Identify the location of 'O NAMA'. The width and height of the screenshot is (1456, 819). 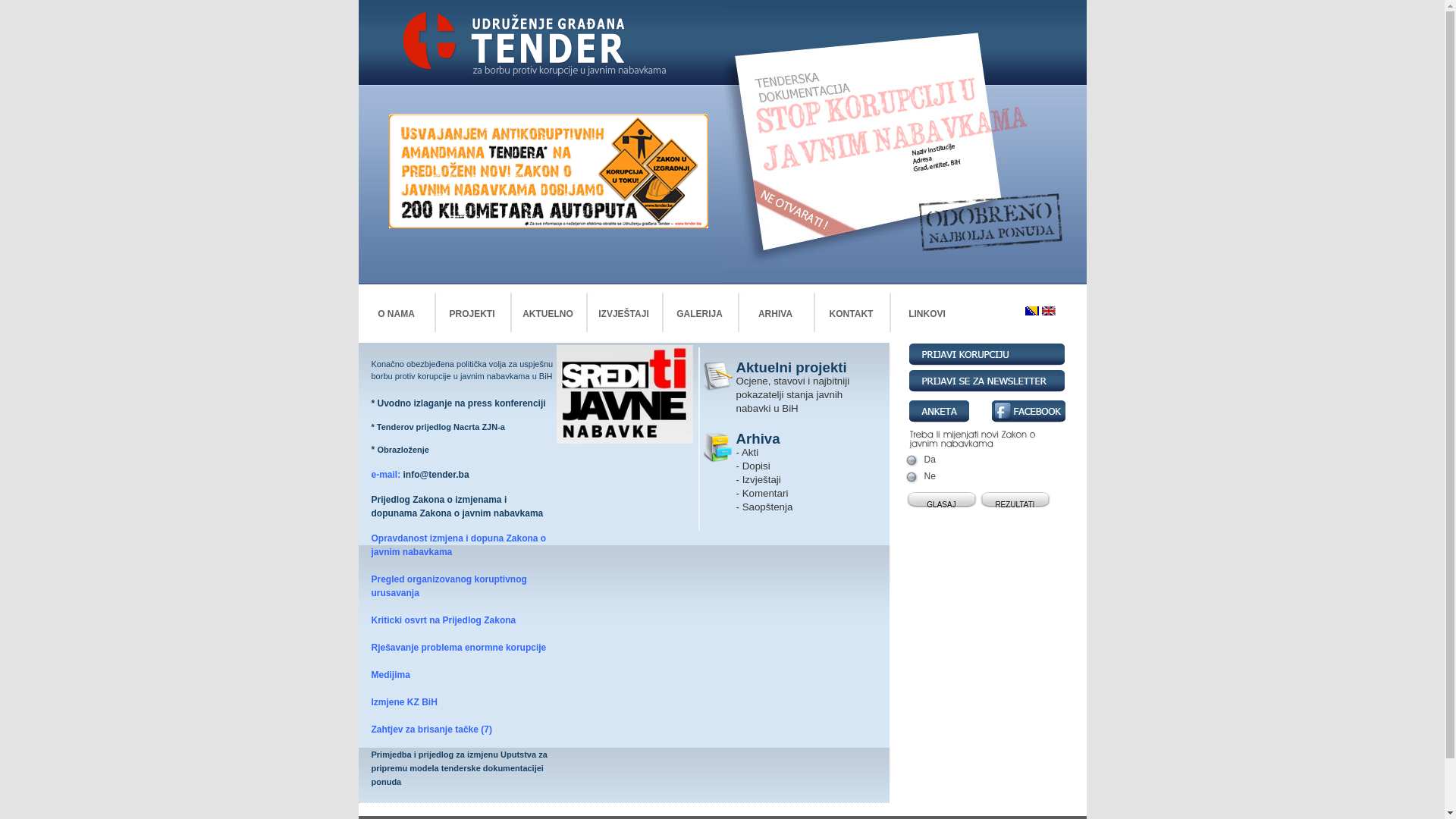
(396, 312).